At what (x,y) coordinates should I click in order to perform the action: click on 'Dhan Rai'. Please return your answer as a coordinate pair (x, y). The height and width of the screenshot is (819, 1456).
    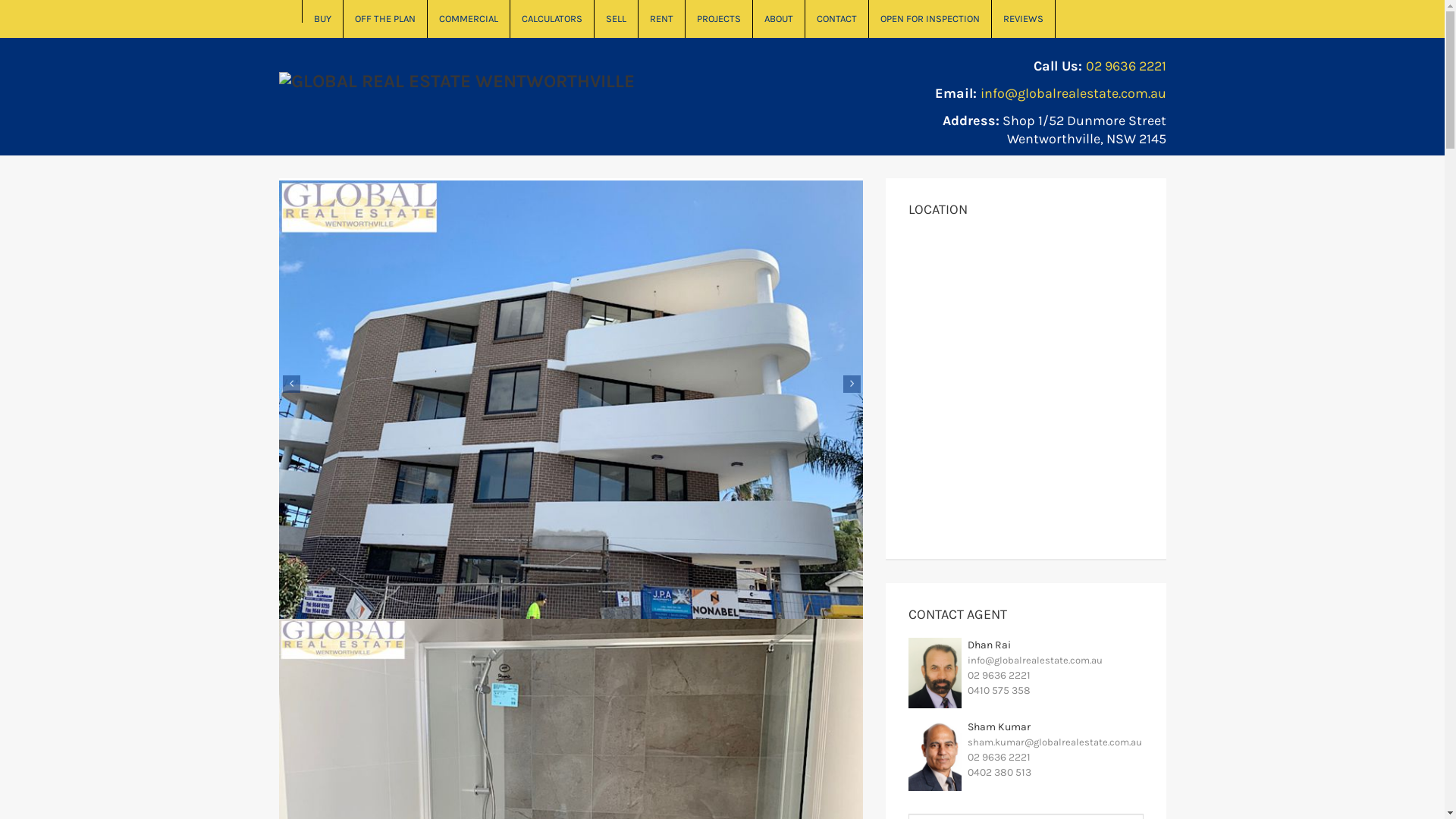
    Looking at the image, I should click on (967, 645).